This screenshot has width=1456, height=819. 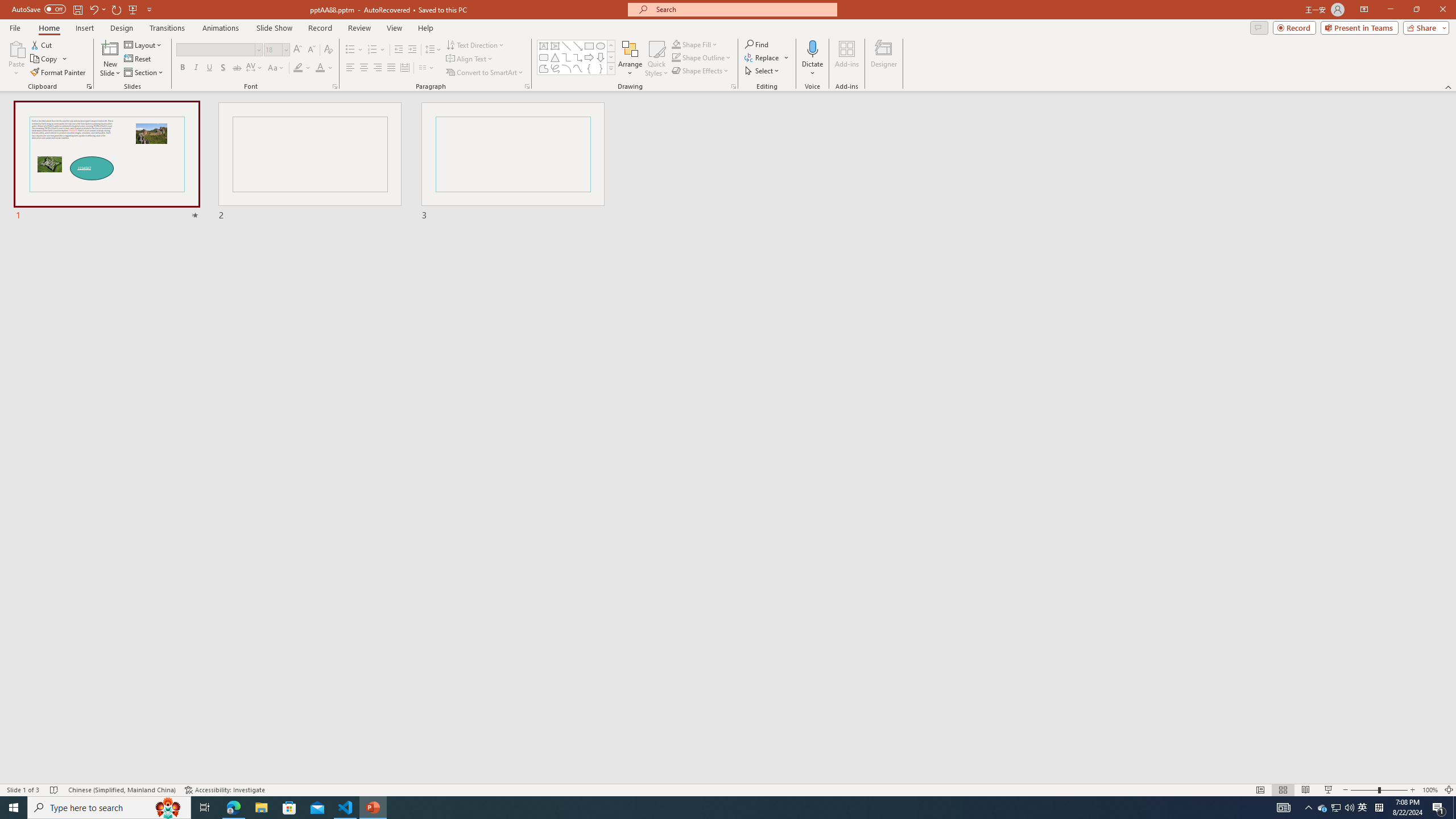 I want to click on 'Dictate', so click(x=812, y=59).